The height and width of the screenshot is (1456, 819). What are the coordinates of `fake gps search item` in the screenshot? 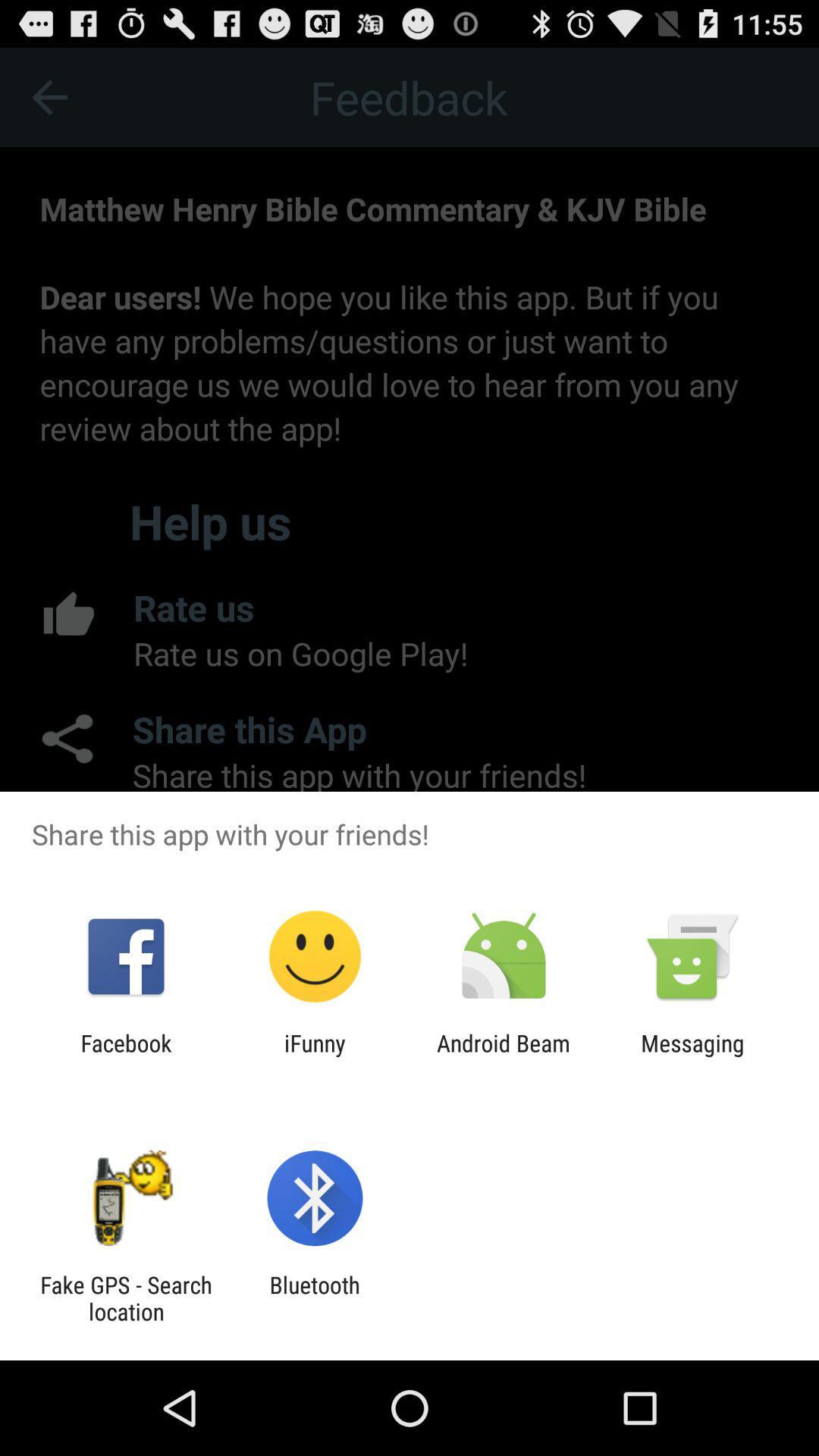 It's located at (125, 1298).